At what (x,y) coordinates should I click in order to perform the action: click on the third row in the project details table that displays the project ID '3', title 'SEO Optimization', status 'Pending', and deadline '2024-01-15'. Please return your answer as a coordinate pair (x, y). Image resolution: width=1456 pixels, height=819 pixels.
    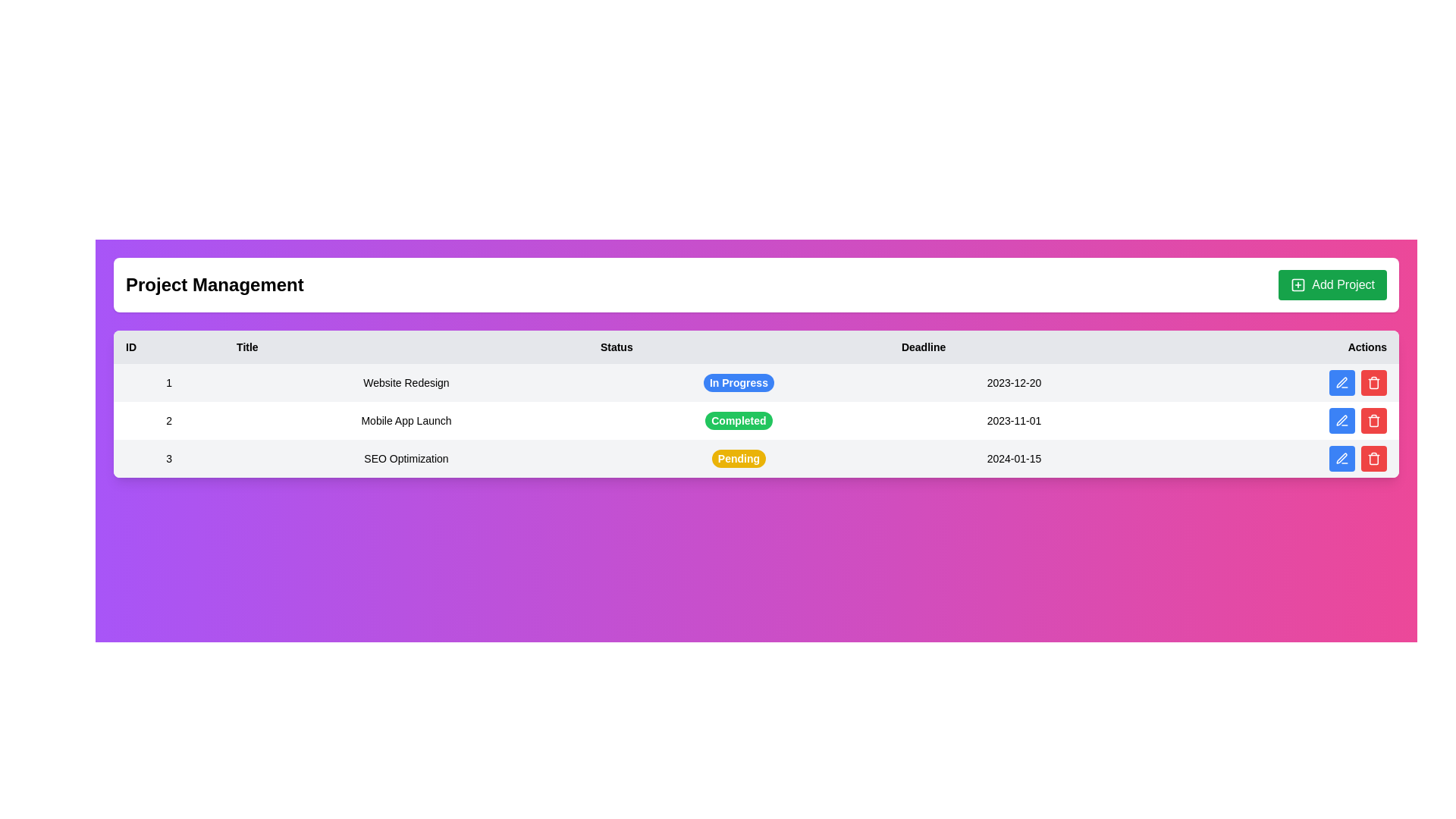
    Looking at the image, I should click on (756, 458).